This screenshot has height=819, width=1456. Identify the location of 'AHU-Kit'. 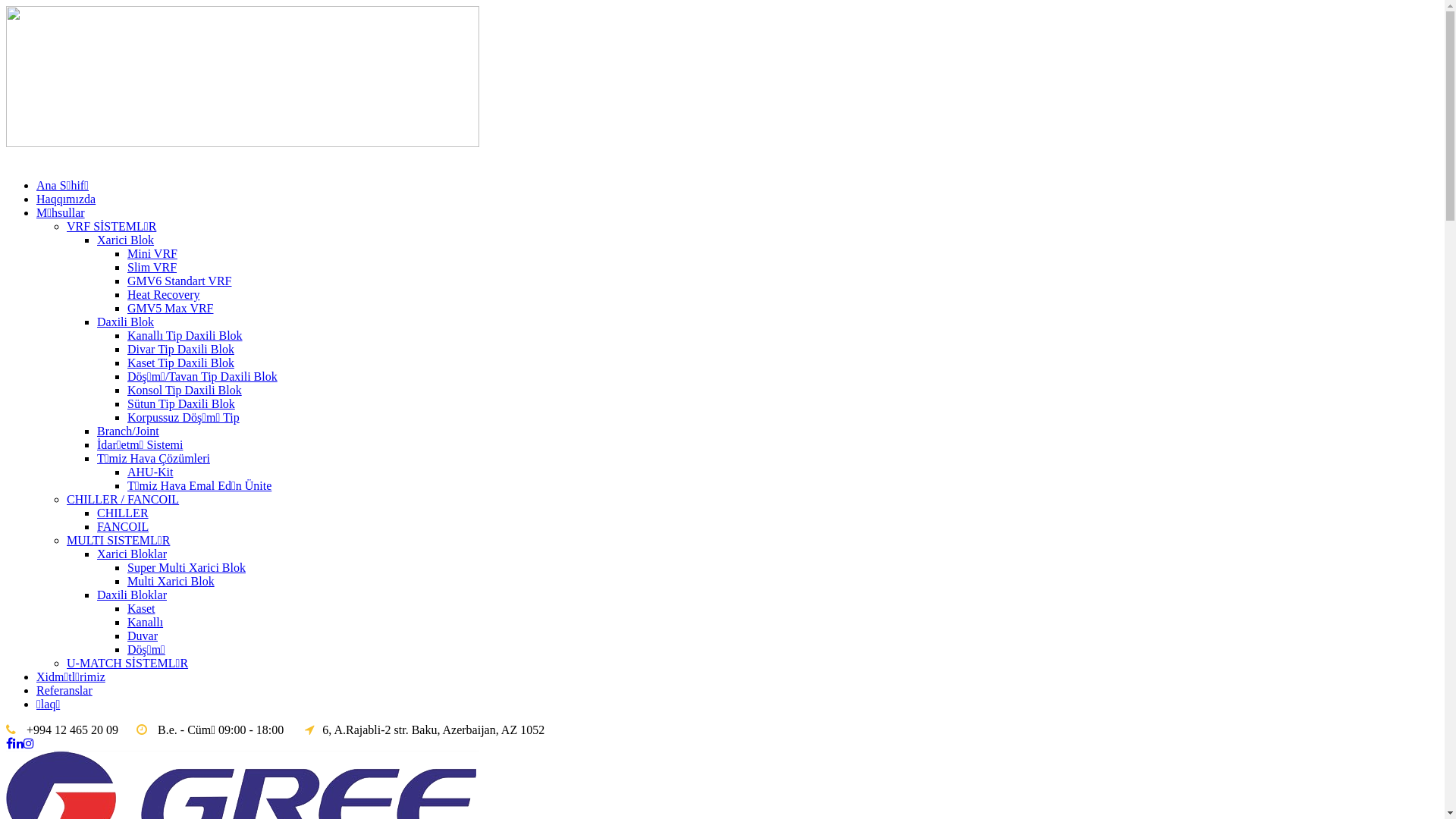
(149, 471).